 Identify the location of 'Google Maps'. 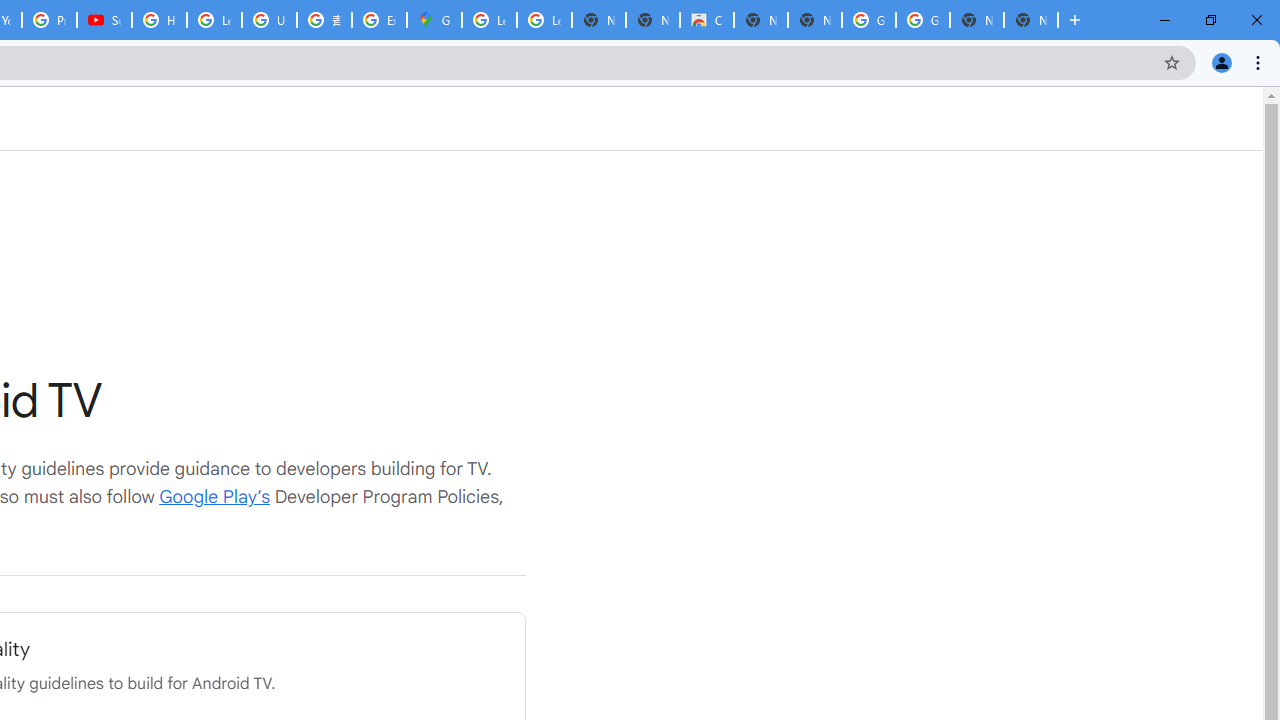
(433, 20).